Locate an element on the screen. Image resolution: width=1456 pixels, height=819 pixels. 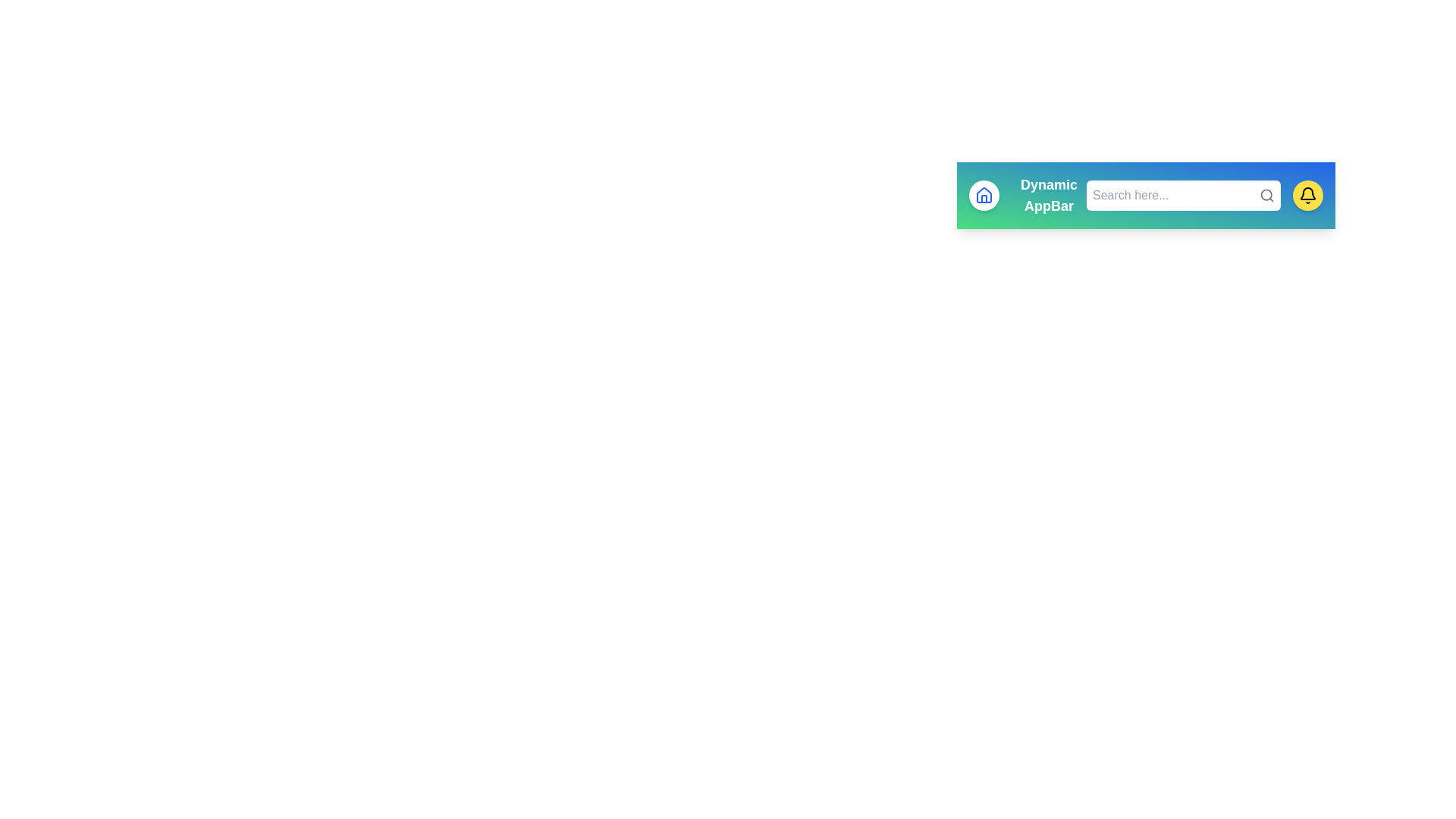
the search bar and type the text 'example' is located at coordinates (1182, 195).